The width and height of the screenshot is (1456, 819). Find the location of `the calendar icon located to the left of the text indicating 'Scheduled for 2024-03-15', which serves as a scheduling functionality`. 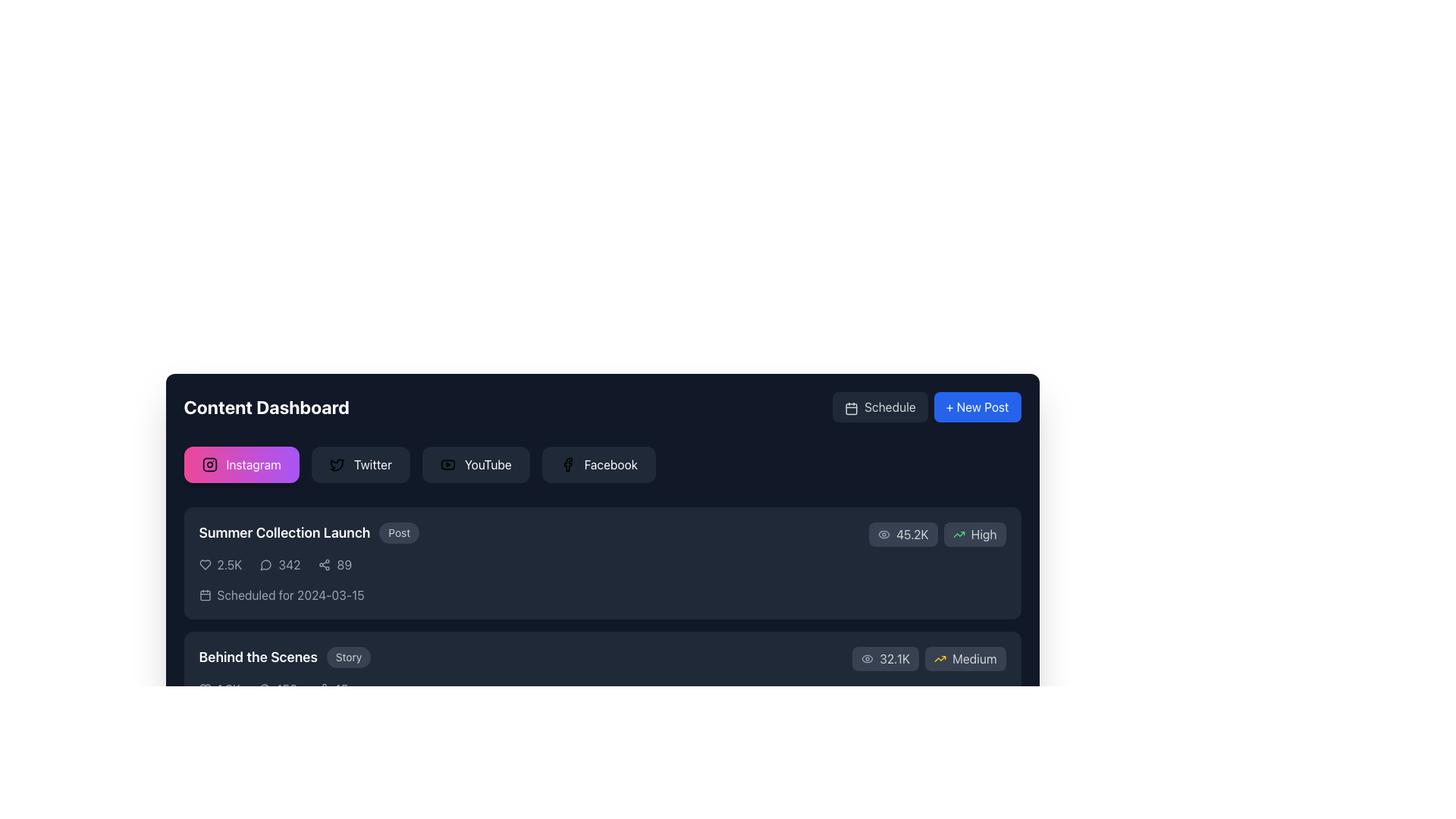

the calendar icon located to the left of the text indicating 'Scheduled for 2024-03-15', which serves as a scheduling functionality is located at coordinates (204, 595).